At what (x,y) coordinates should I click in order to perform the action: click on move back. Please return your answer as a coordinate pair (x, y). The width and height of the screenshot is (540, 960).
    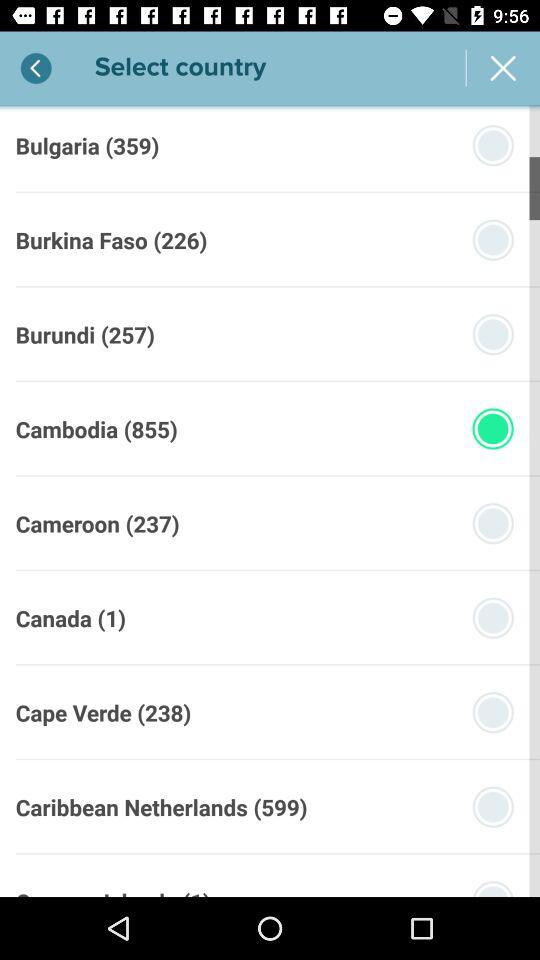
    Looking at the image, I should click on (36, 68).